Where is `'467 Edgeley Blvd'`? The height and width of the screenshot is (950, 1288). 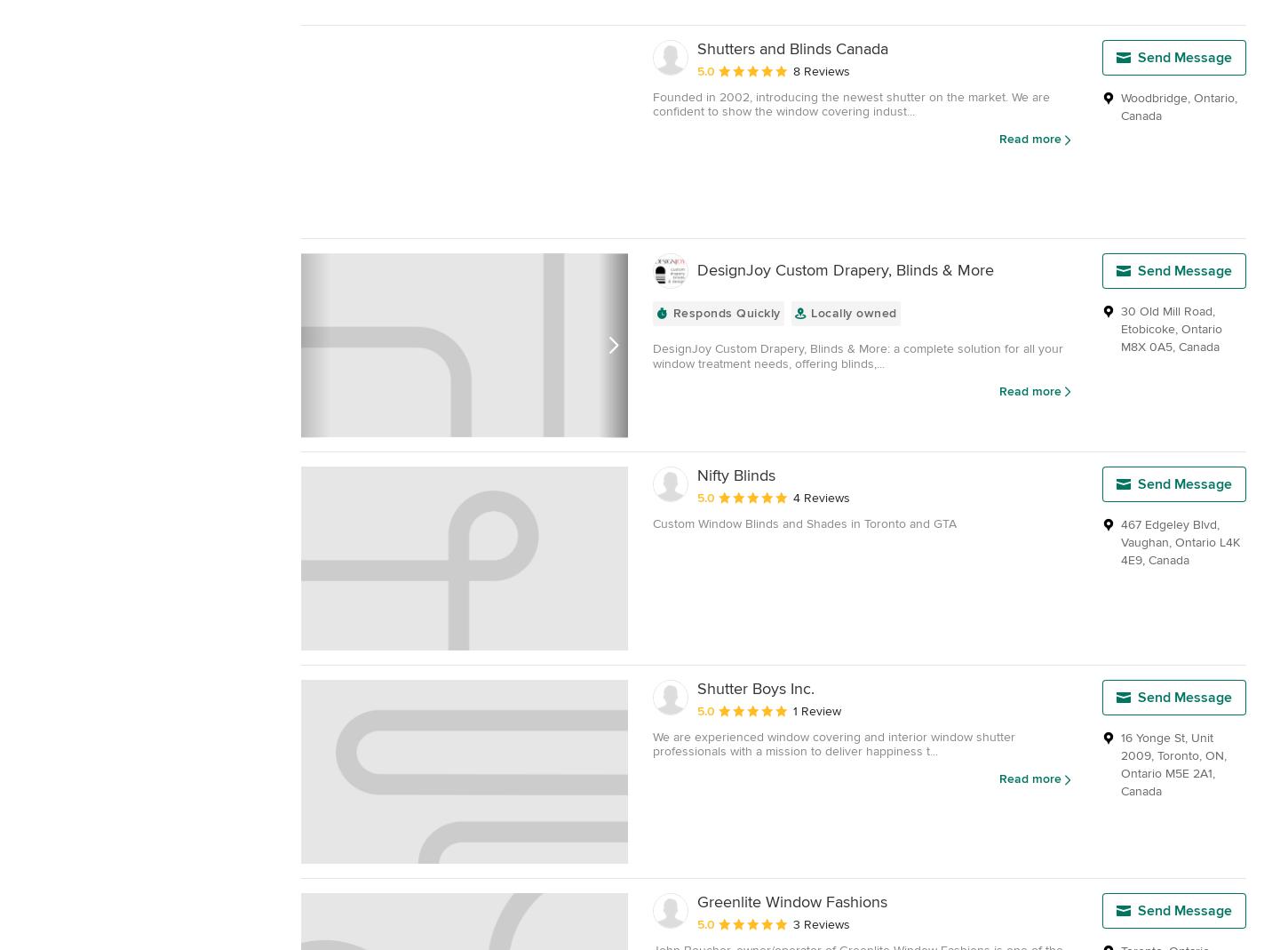
'467 Edgeley Blvd' is located at coordinates (1169, 524).